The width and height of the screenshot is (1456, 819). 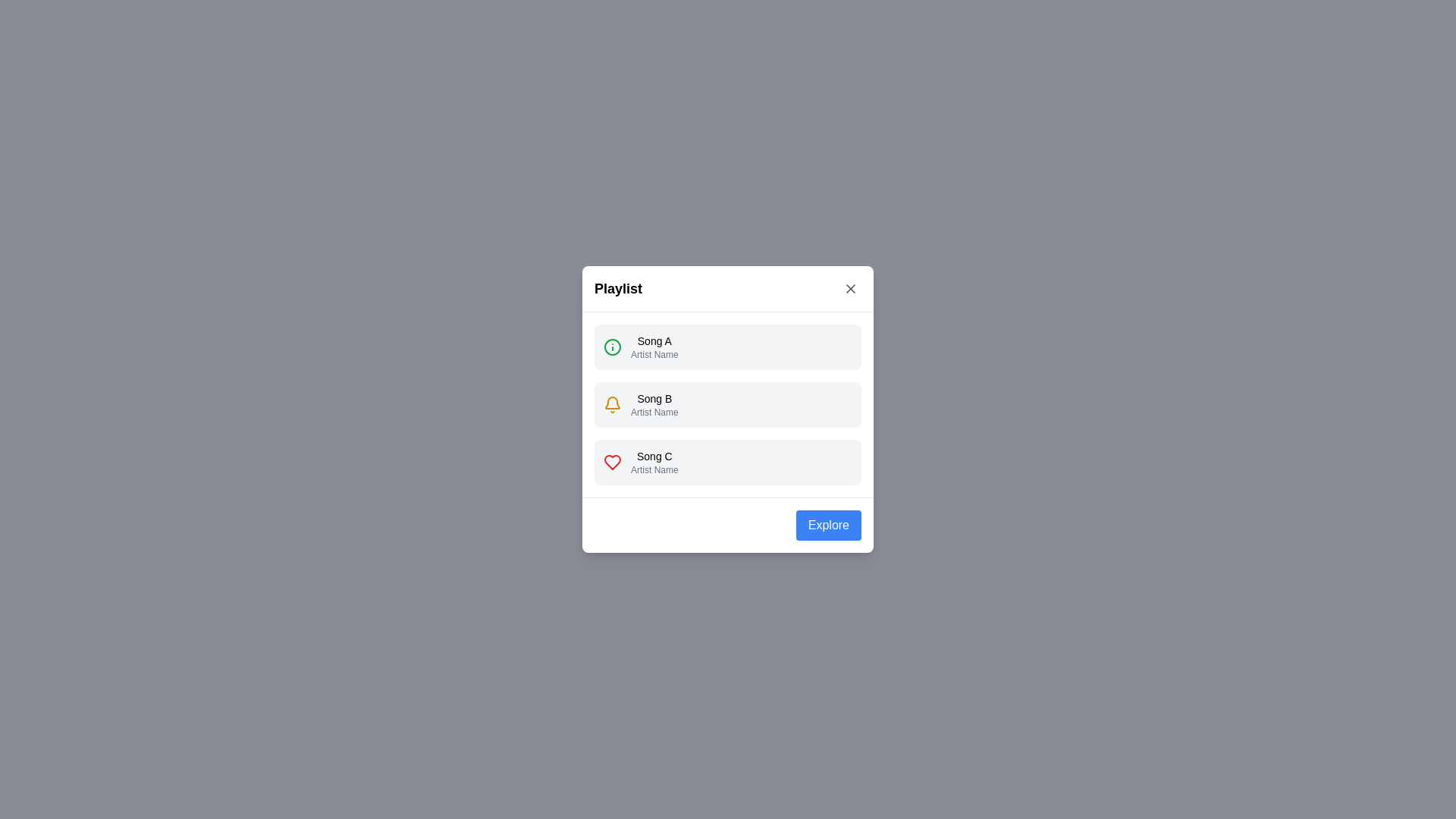 What do you see at coordinates (612, 461) in the screenshot?
I see `the red heart-shaped icon next to the text of Song C in the playlist interface` at bounding box center [612, 461].